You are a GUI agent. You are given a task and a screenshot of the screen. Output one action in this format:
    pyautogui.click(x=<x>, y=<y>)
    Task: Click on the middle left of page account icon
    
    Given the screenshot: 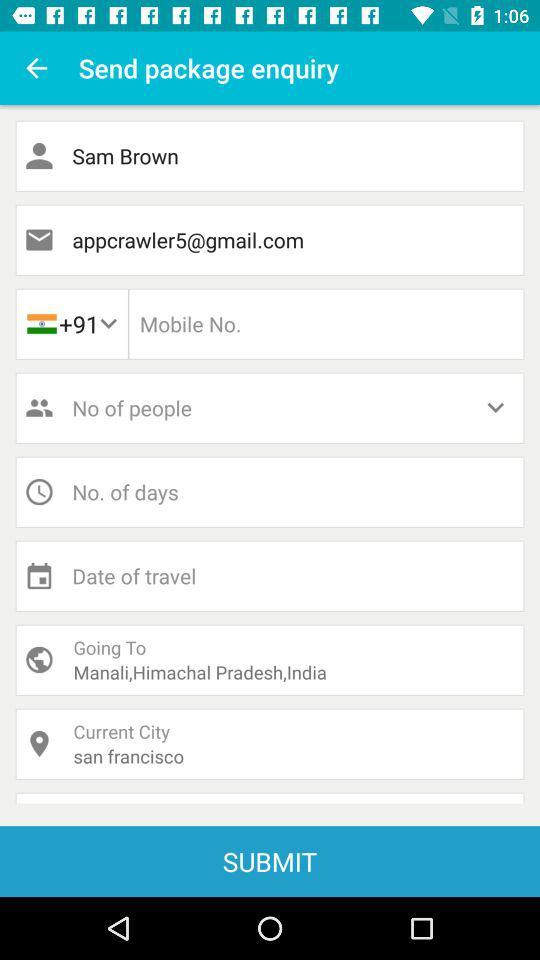 What is the action you would take?
    pyautogui.click(x=33, y=407)
    